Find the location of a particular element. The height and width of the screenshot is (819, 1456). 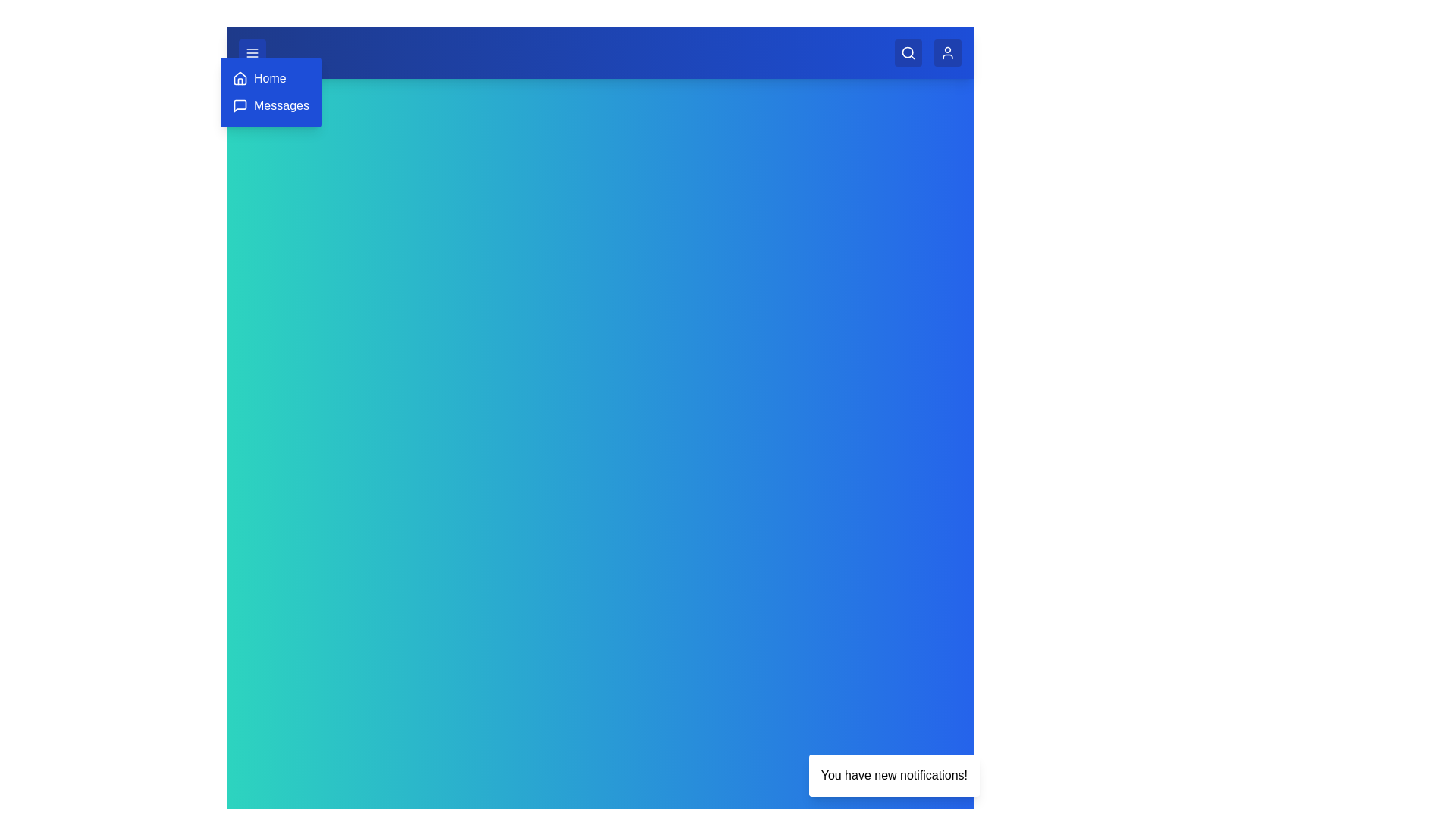

the search button in the app bar to initiate a search is located at coordinates (908, 52).